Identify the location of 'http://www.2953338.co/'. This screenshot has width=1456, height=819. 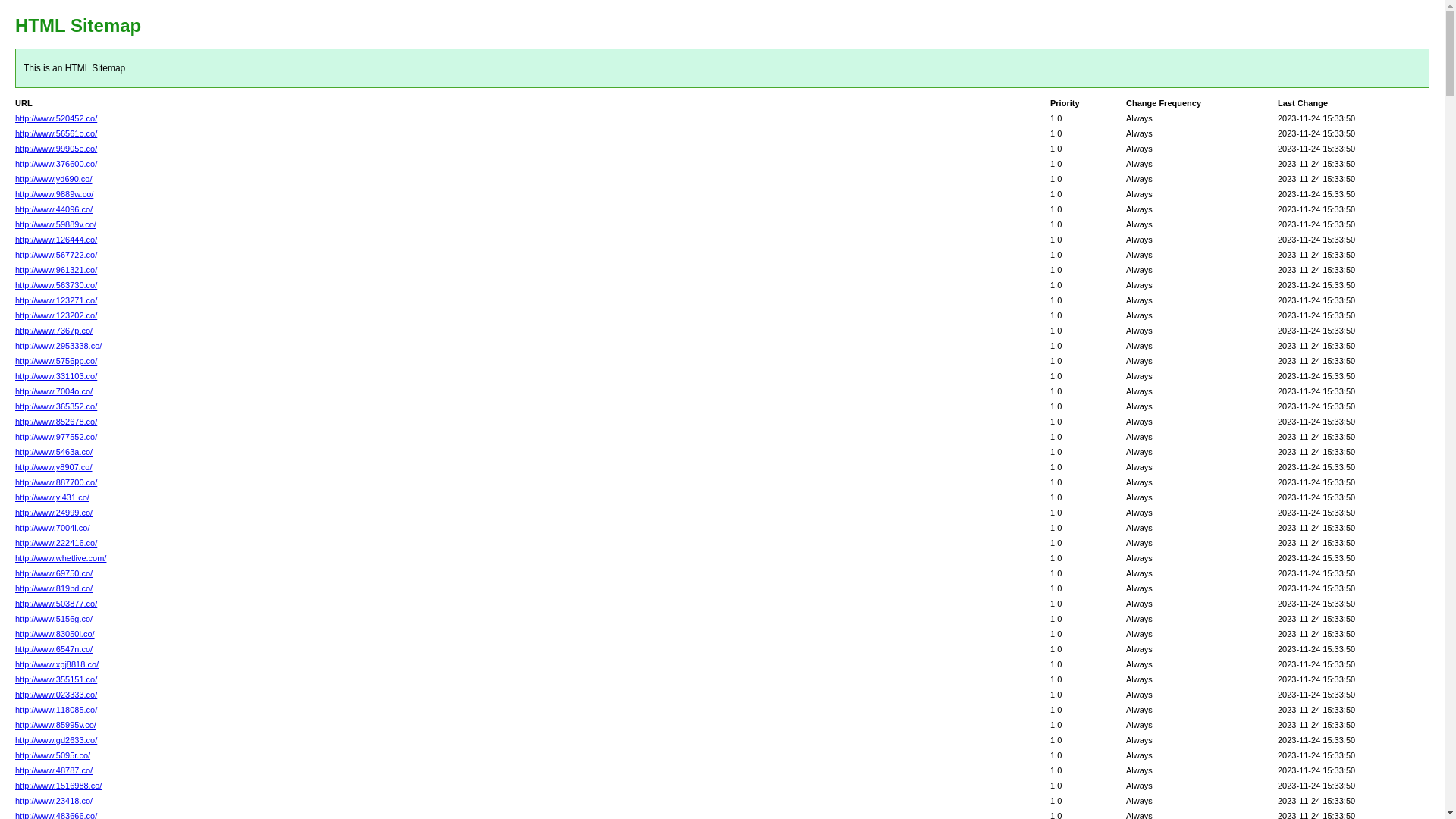
(14, 345).